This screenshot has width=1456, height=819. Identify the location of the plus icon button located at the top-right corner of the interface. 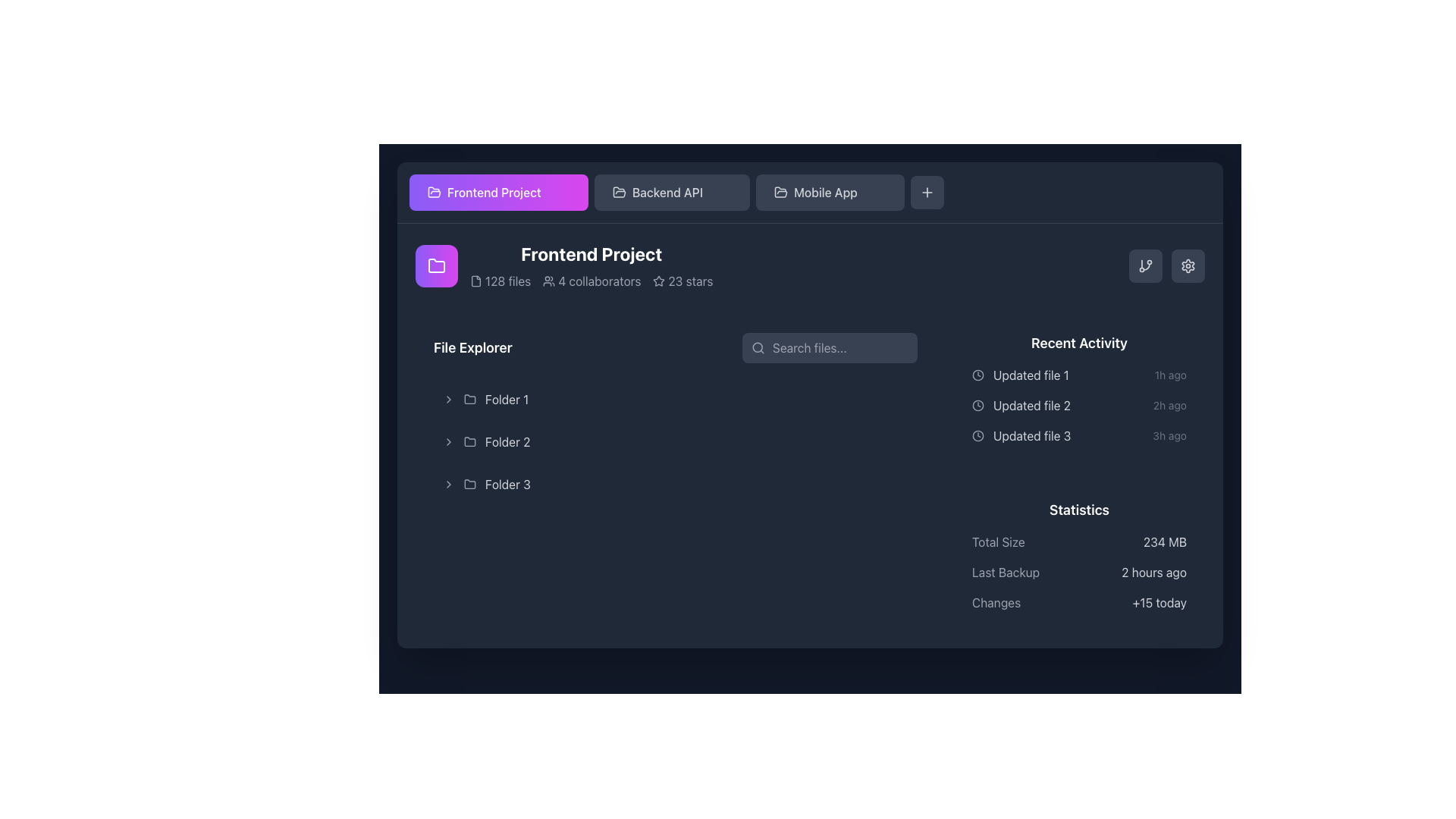
(926, 192).